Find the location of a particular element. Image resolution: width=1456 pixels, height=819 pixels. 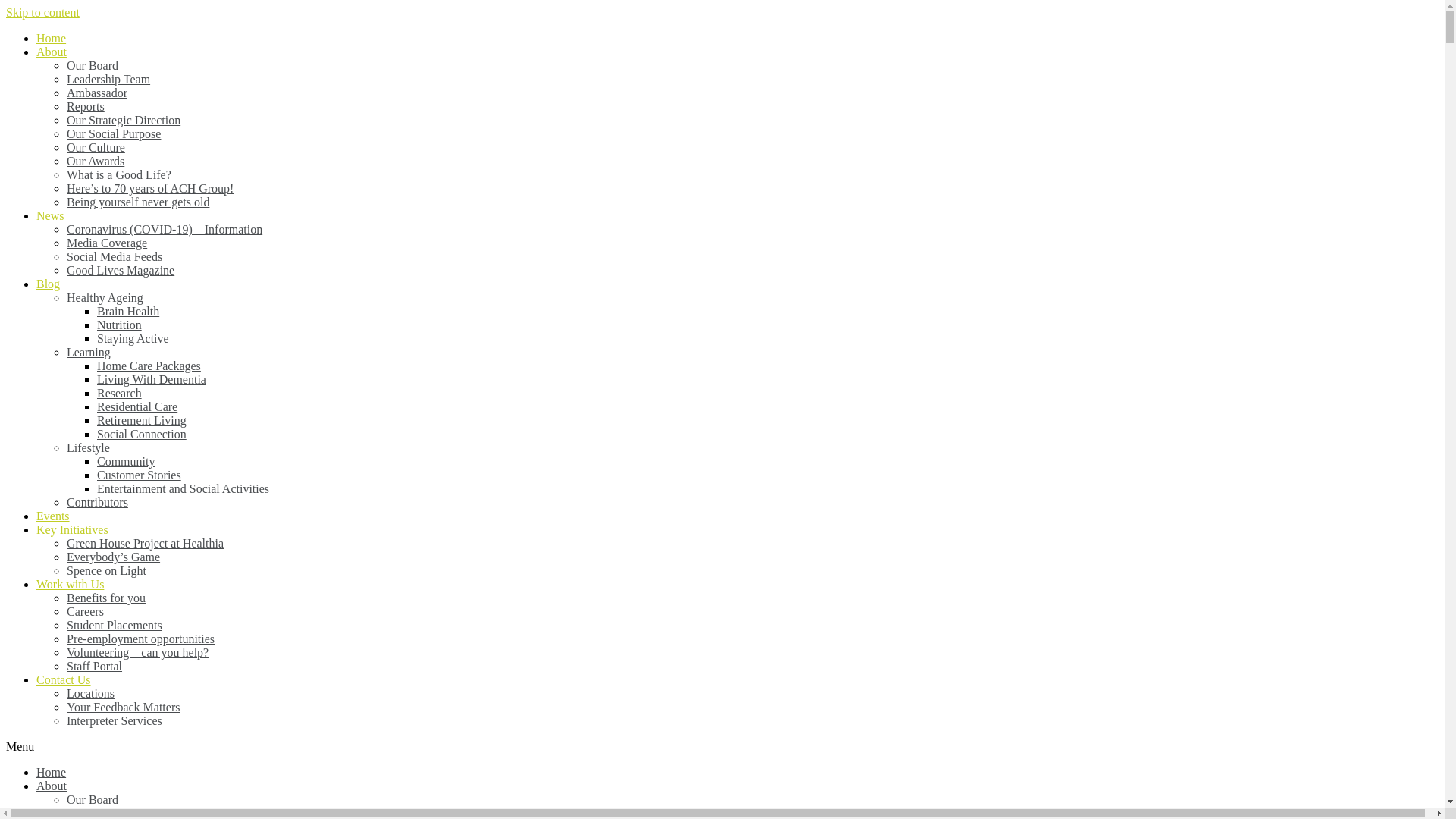

'Nutrition' is located at coordinates (118, 324).